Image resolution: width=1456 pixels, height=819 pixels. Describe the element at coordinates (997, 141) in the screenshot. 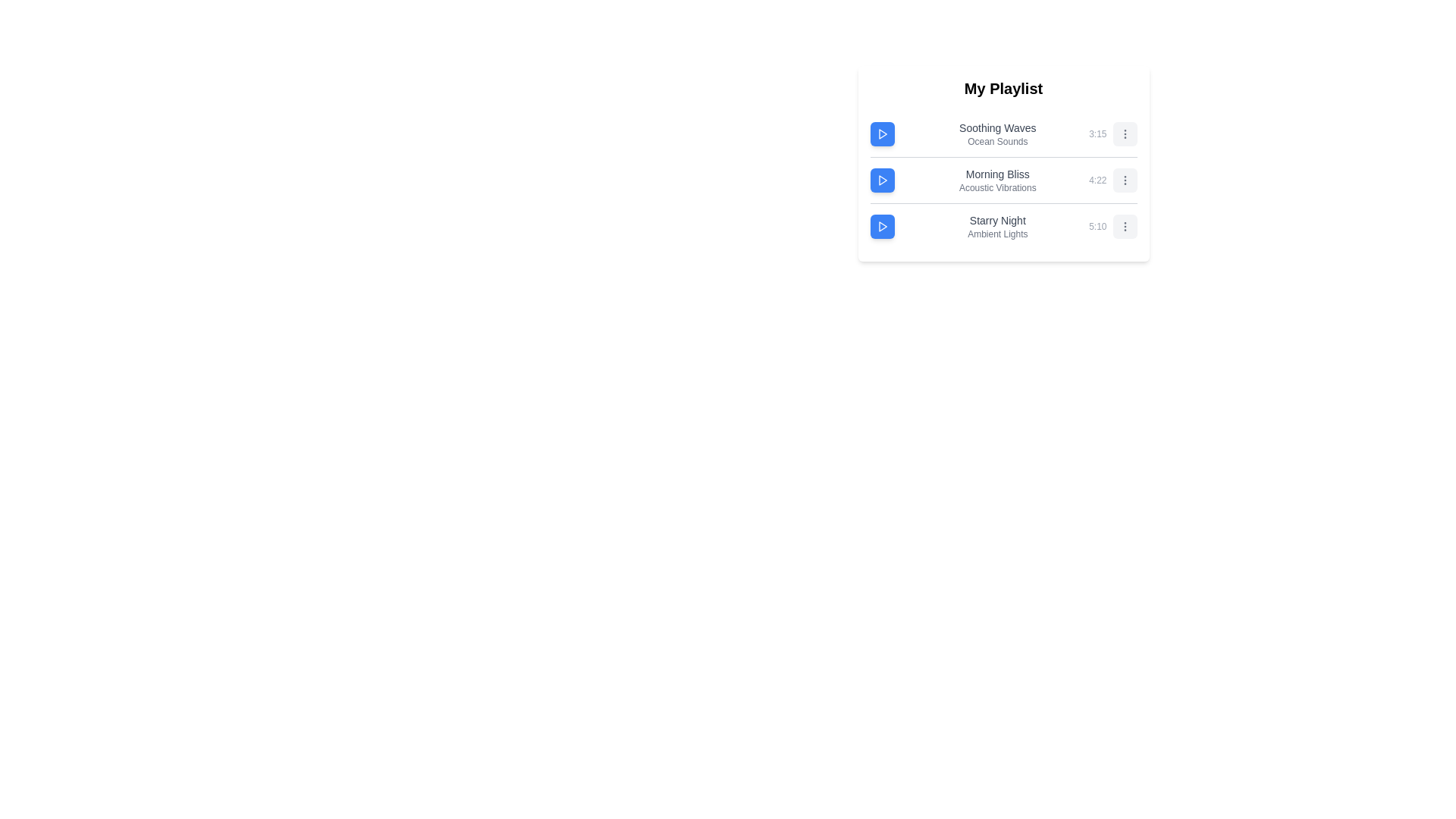

I see `the text label reading 'Ocean Sounds' located in the 'My Playlist' section, below 'Soothing Waves' and to the right of the play button icon` at that location.